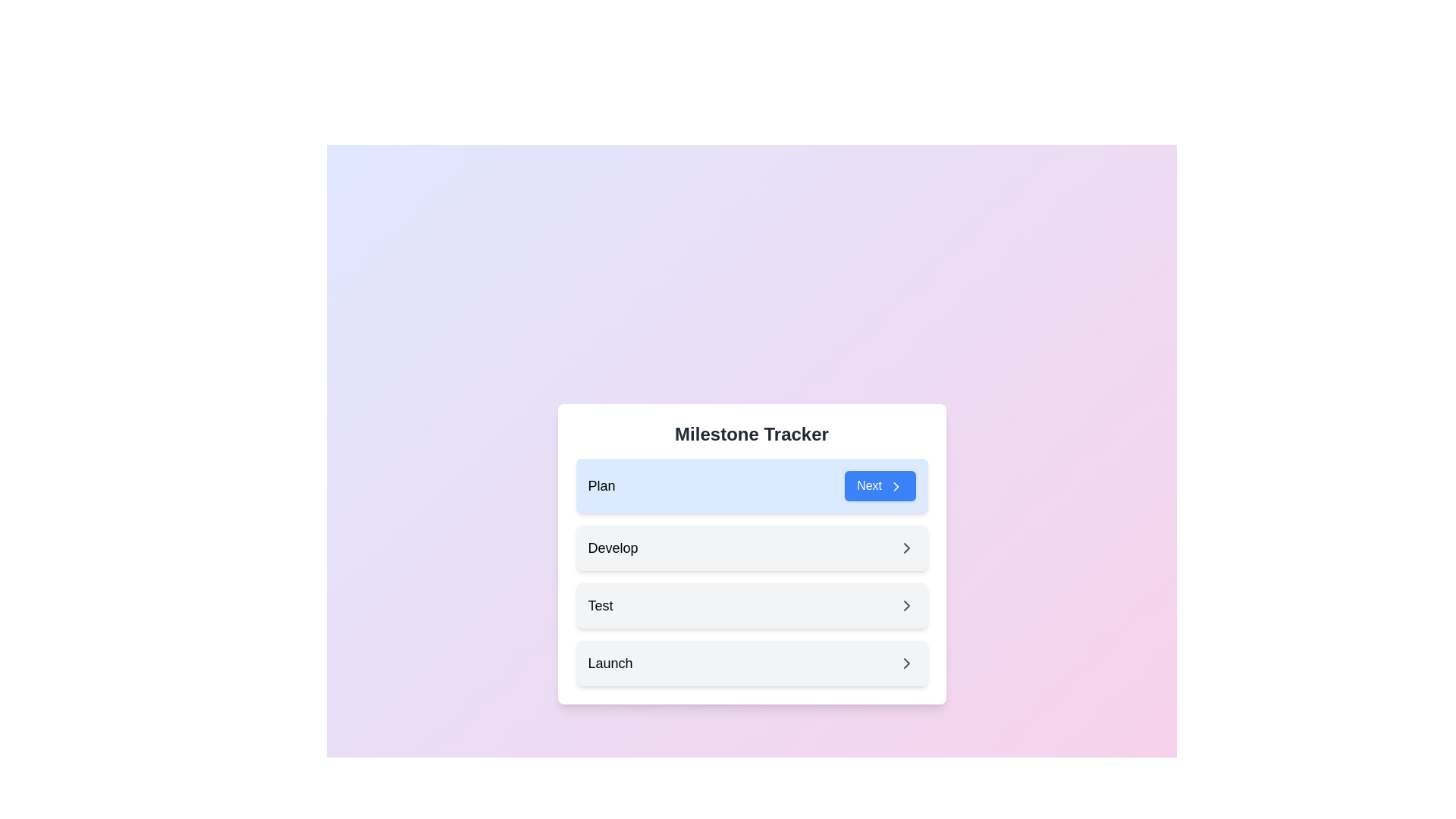  What do you see at coordinates (906, 548) in the screenshot?
I see `the chevron icon located on the right side of the 'Develop' row in the feature tracker interface` at bounding box center [906, 548].